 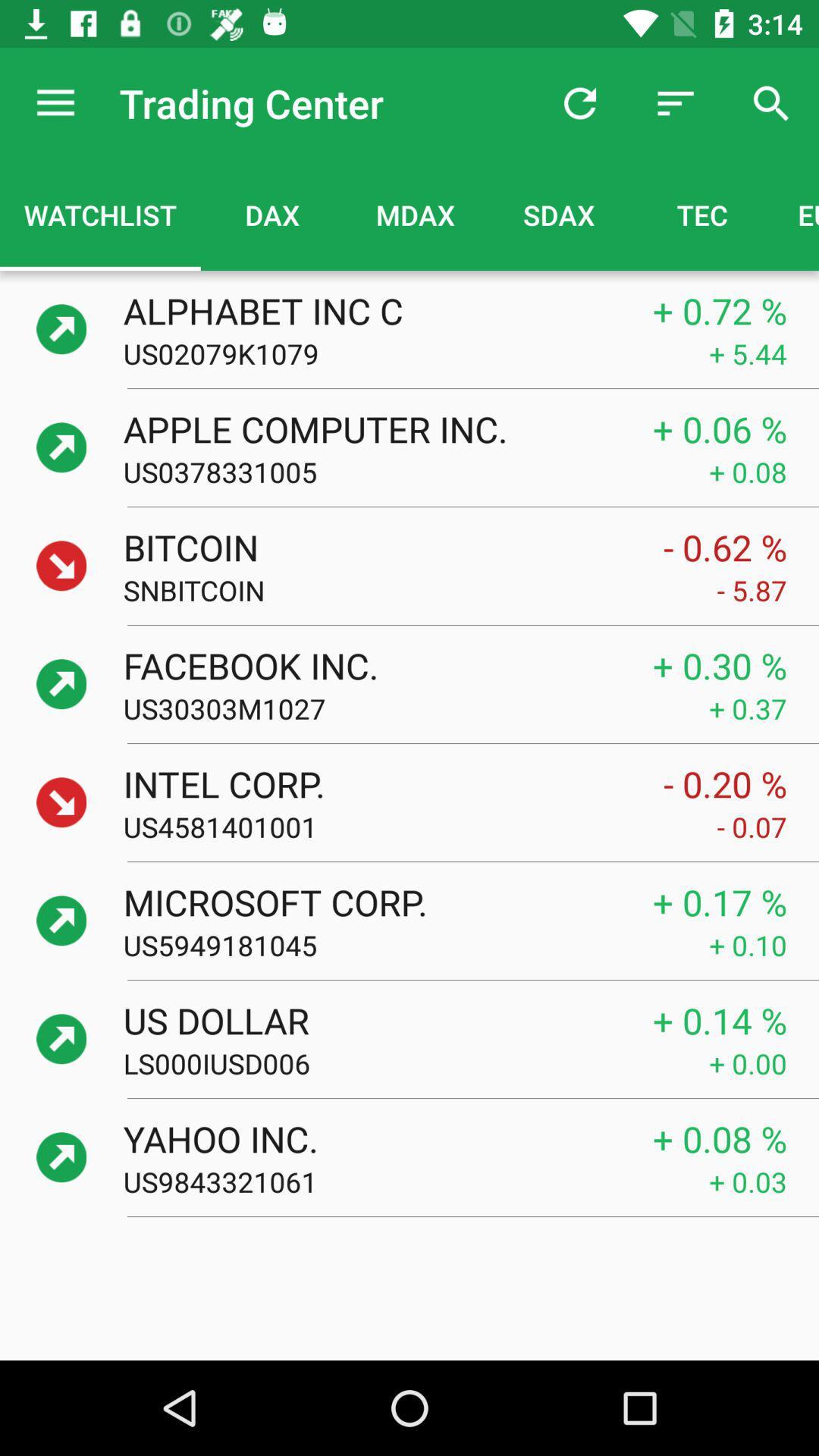 I want to click on icon above the watchlist icon, so click(x=55, y=102).